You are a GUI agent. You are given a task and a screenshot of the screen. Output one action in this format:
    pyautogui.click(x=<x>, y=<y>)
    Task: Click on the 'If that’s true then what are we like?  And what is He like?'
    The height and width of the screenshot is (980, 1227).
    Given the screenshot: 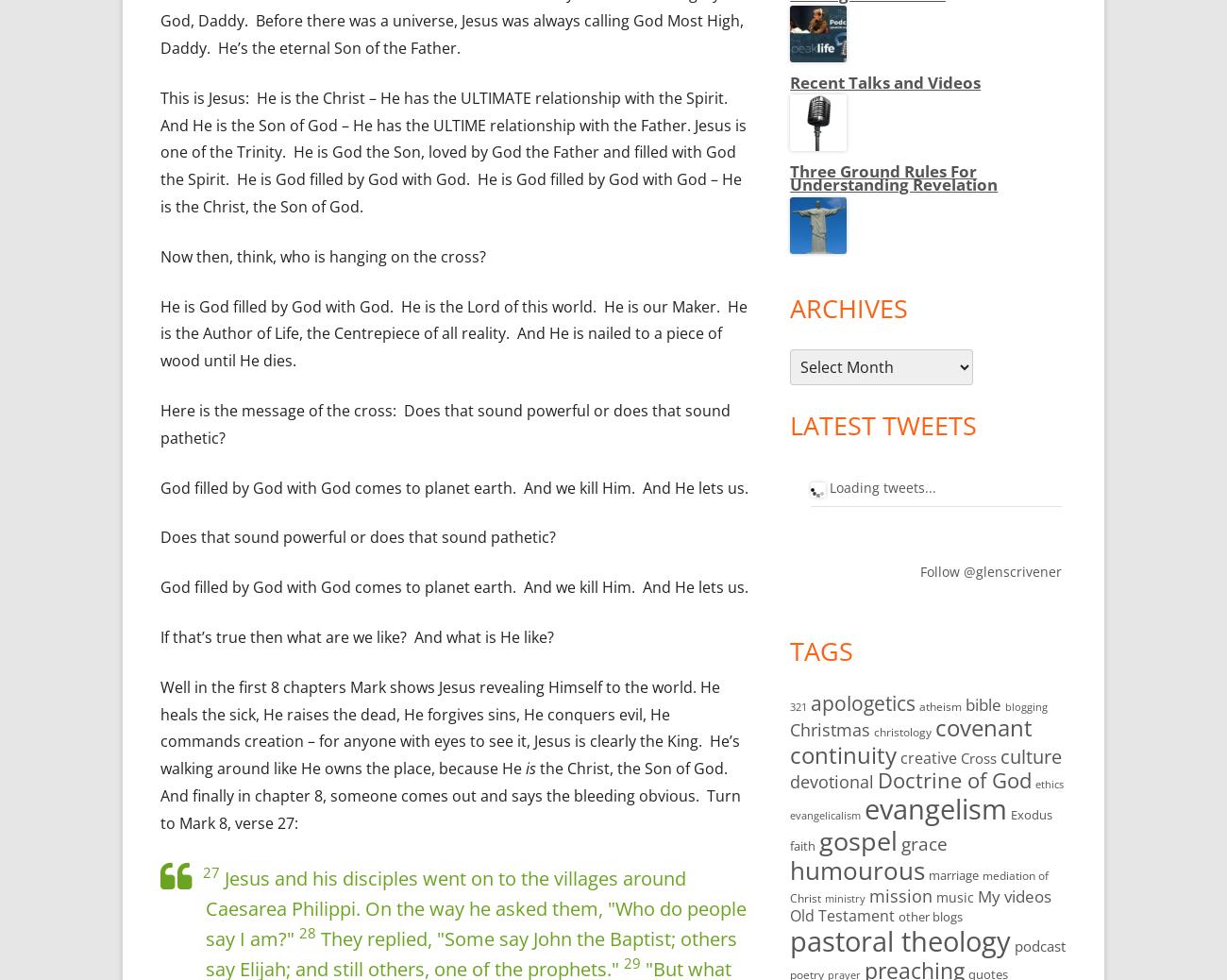 What is the action you would take?
    pyautogui.click(x=356, y=634)
    